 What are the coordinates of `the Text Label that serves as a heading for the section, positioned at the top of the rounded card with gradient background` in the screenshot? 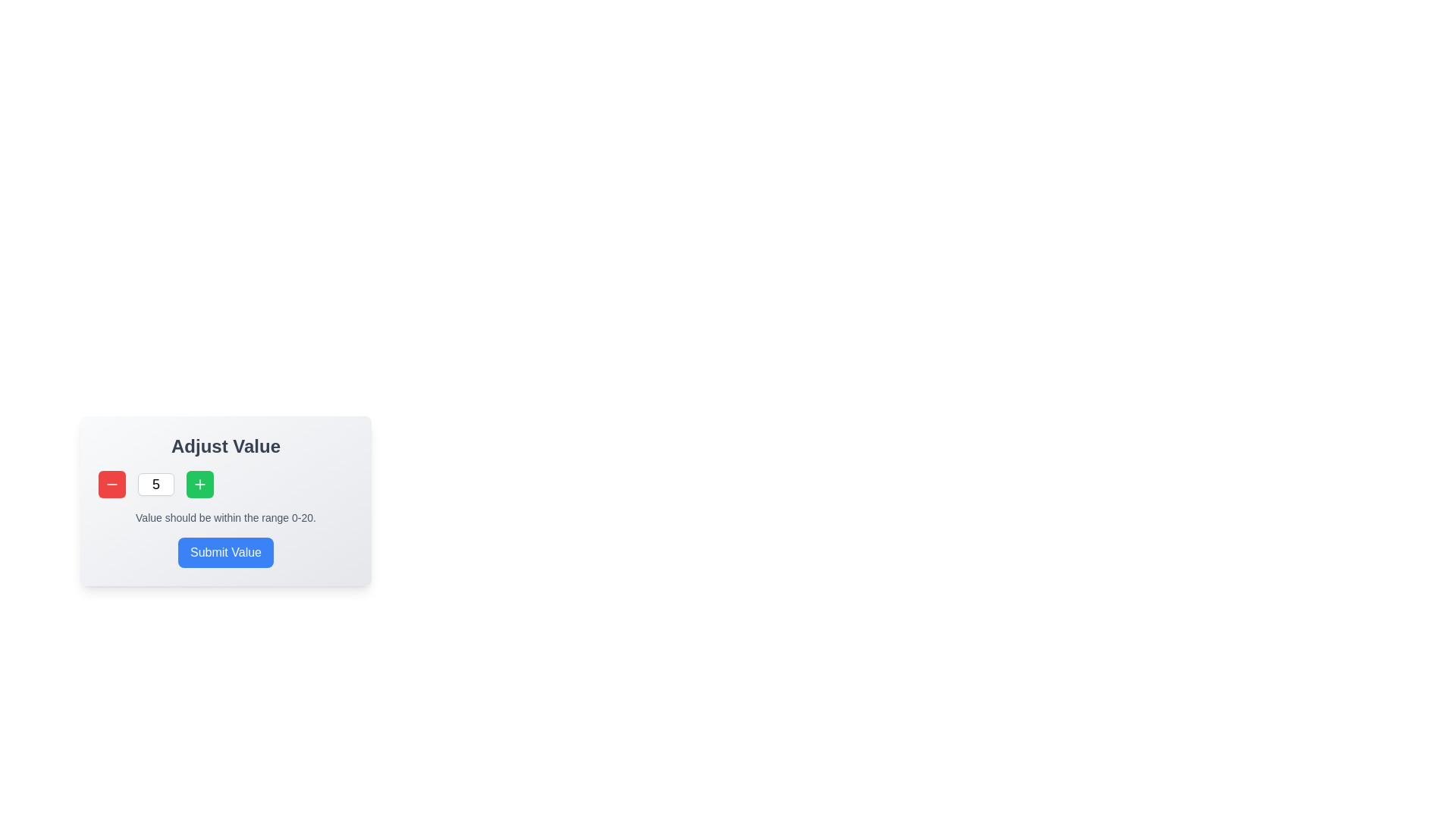 It's located at (224, 446).